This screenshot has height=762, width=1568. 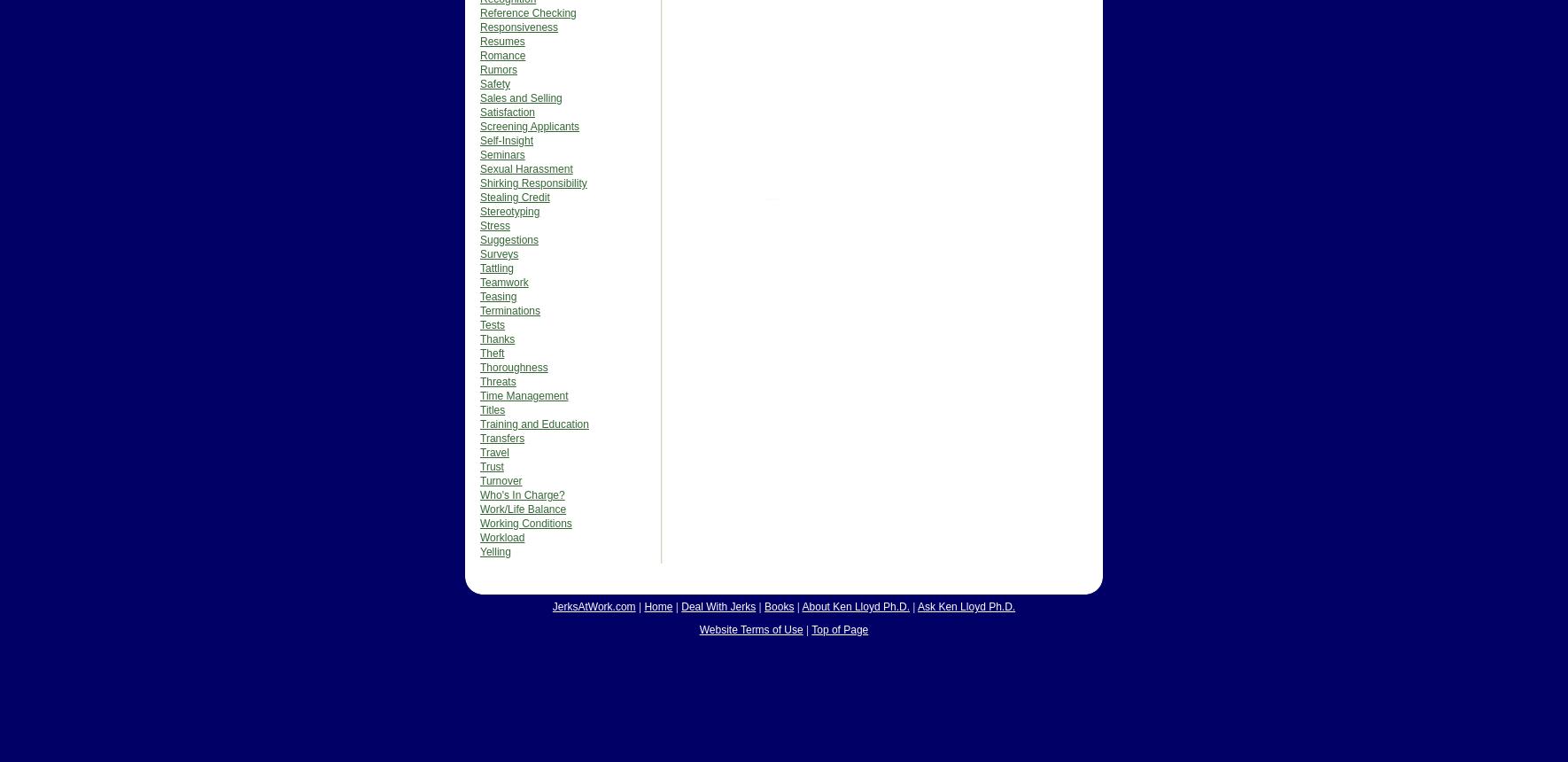 What do you see at coordinates (492, 410) in the screenshot?
I see `'Titles'` at bounding box center [492, 410].